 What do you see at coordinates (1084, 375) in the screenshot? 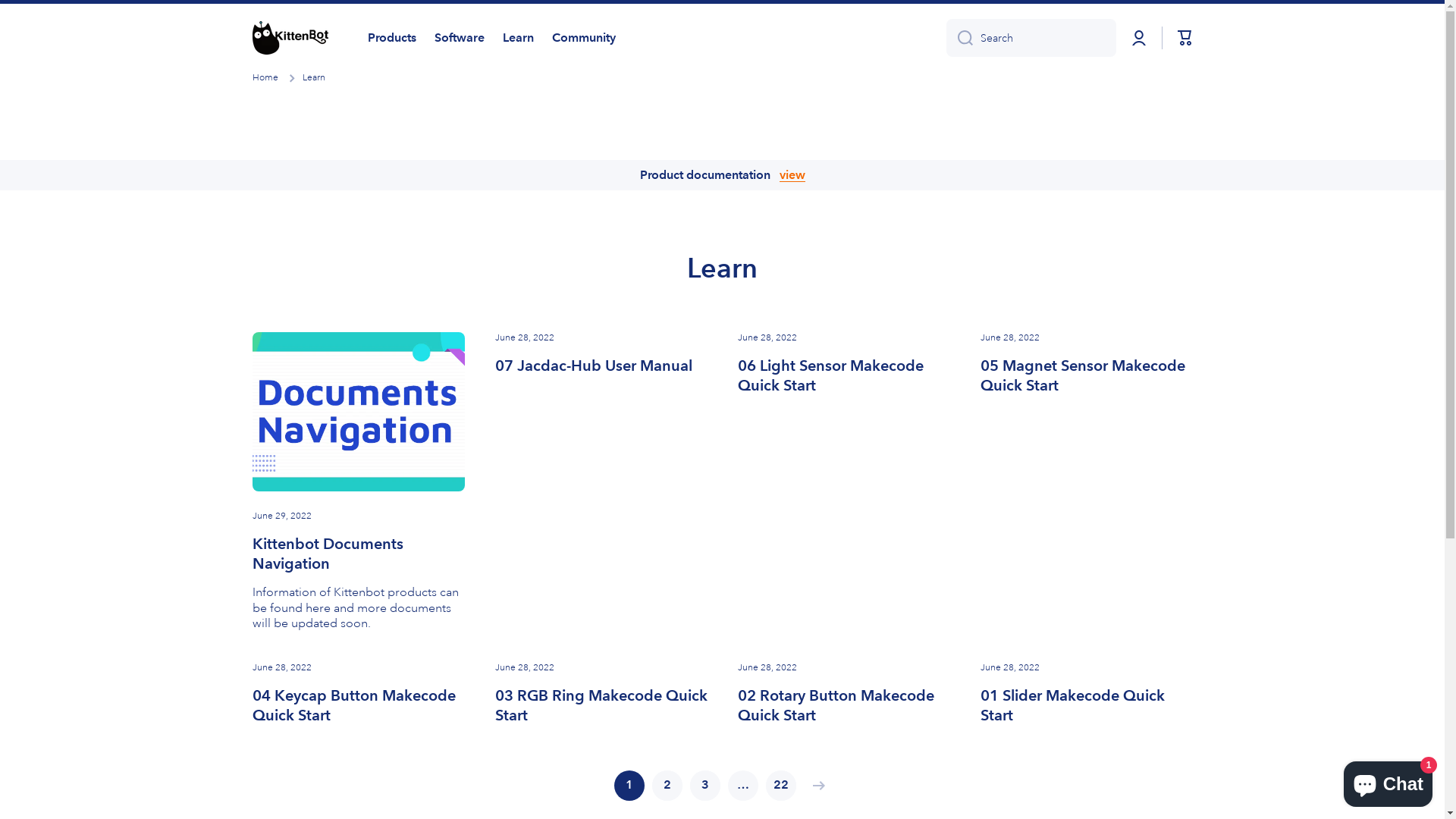
I see `'05 Magnet Sensor Makecode Quick Start'` at bounding box center [1084, 375].